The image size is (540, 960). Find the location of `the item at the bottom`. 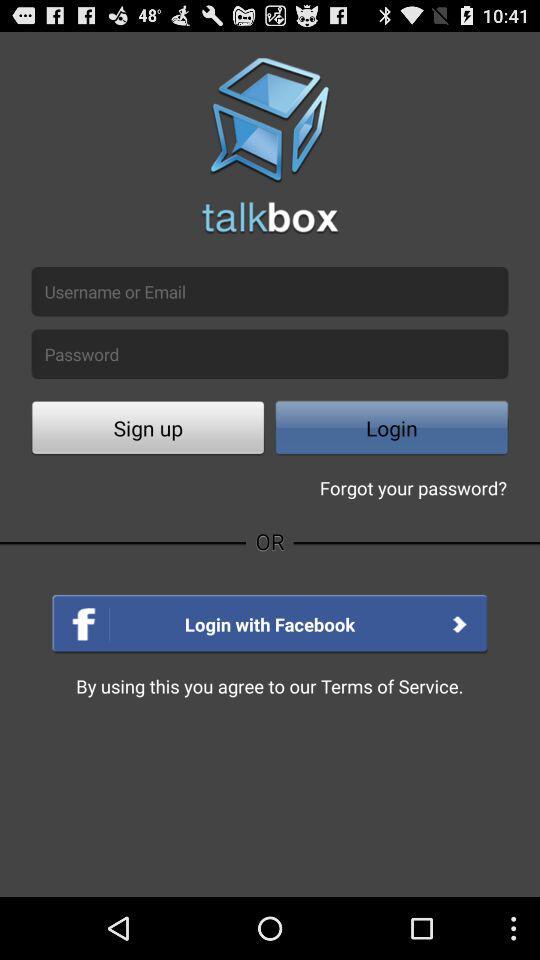

the item at the bottom is located at coordinates (269, 686).